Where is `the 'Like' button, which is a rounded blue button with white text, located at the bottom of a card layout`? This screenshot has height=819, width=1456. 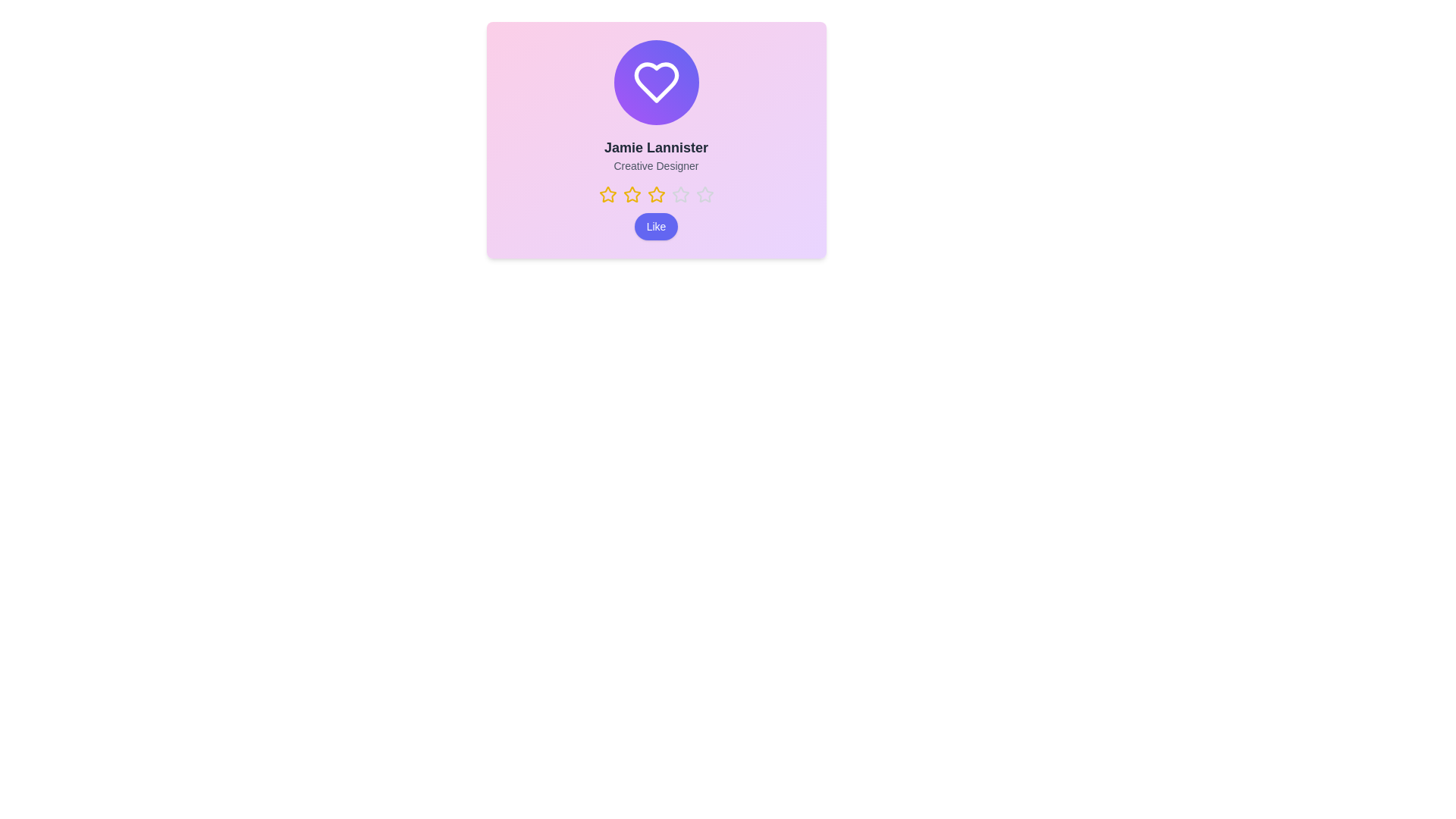 the 'Like' button, which is a rounded blue button with white text, located at the bottom of a card layout is located at coordinates (656, 227).